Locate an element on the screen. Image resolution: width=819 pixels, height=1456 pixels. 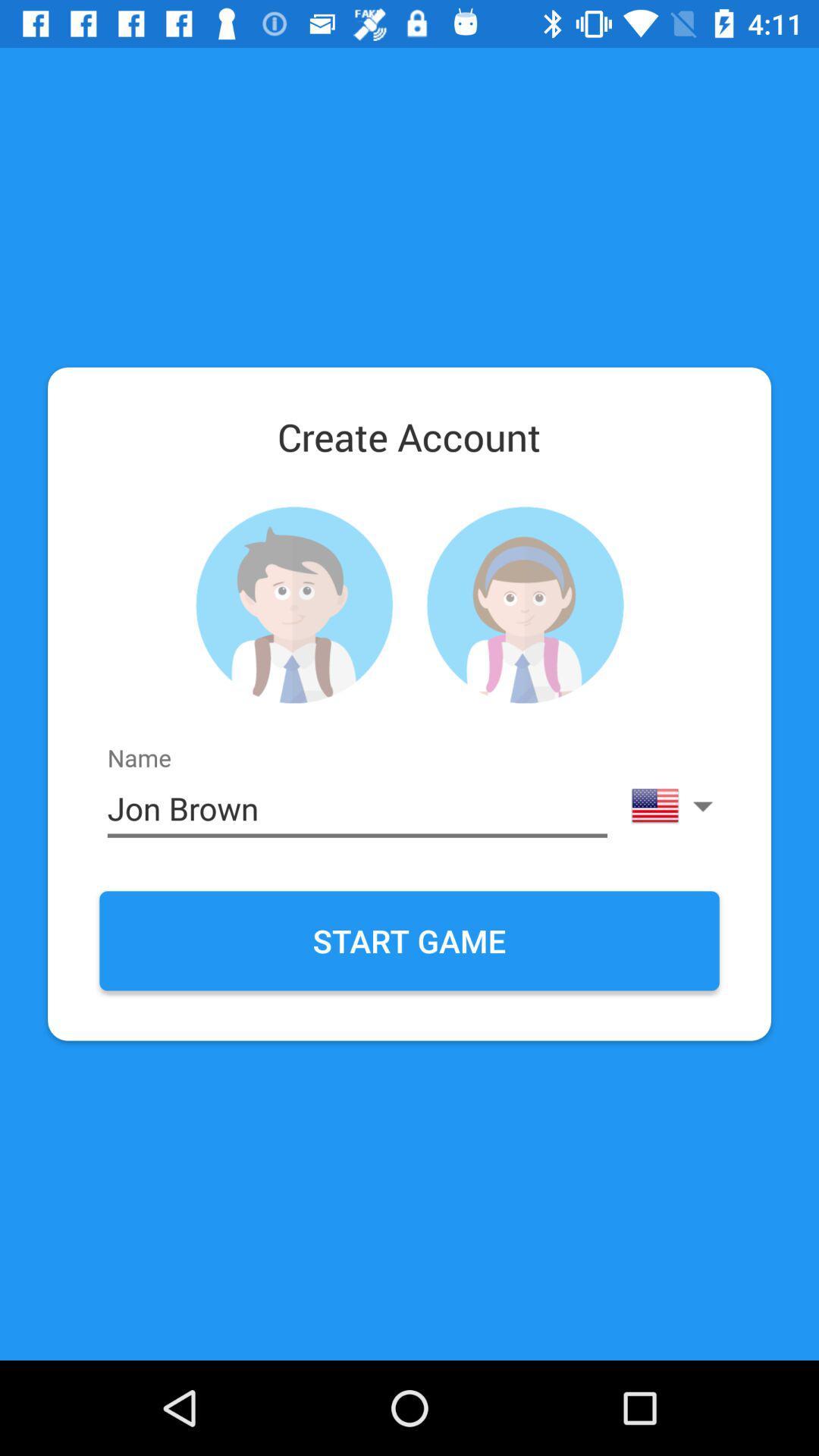
female is located at coordinates (524, 604).